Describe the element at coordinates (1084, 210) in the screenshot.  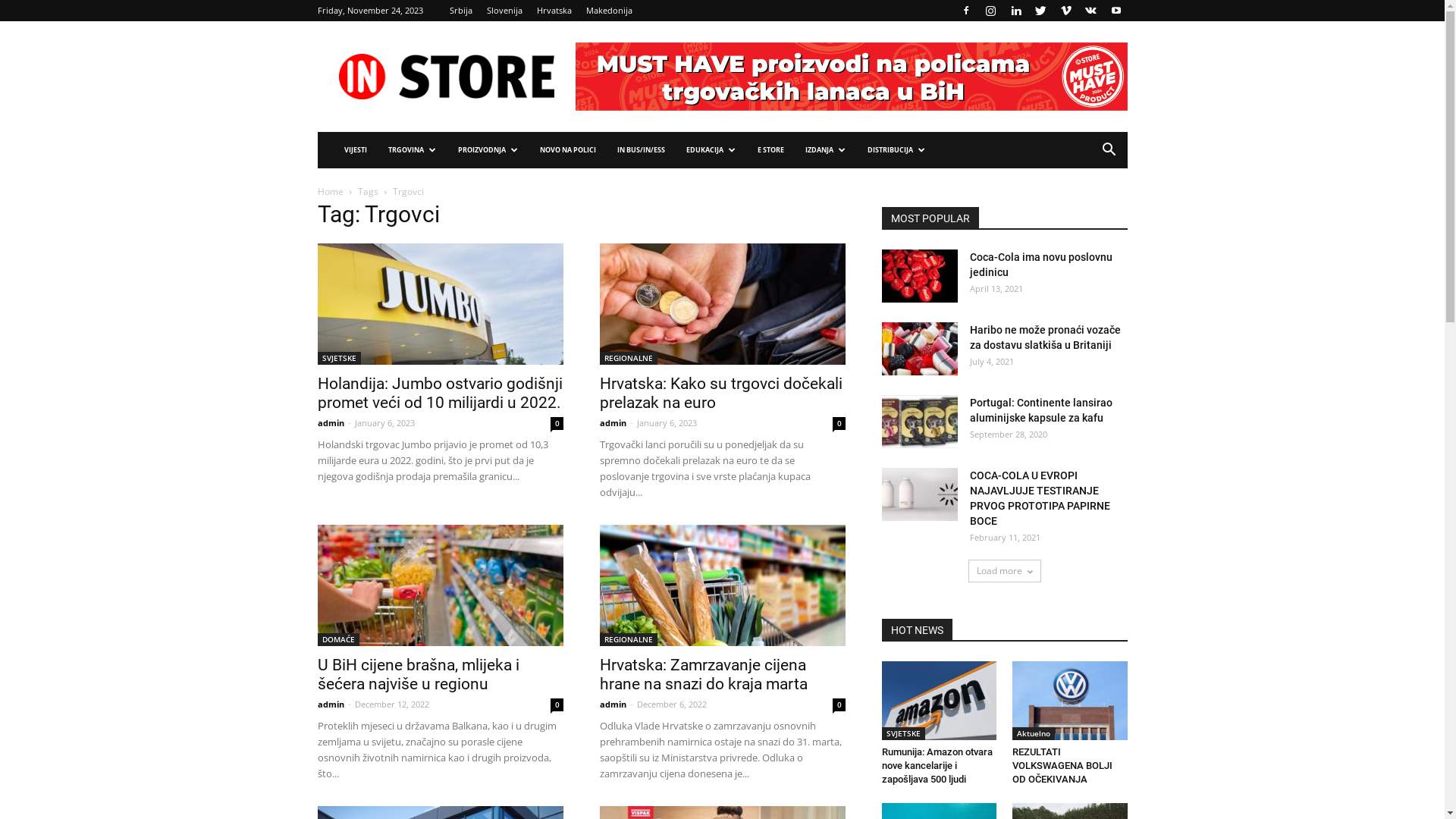
I see `'Search'` at that location.